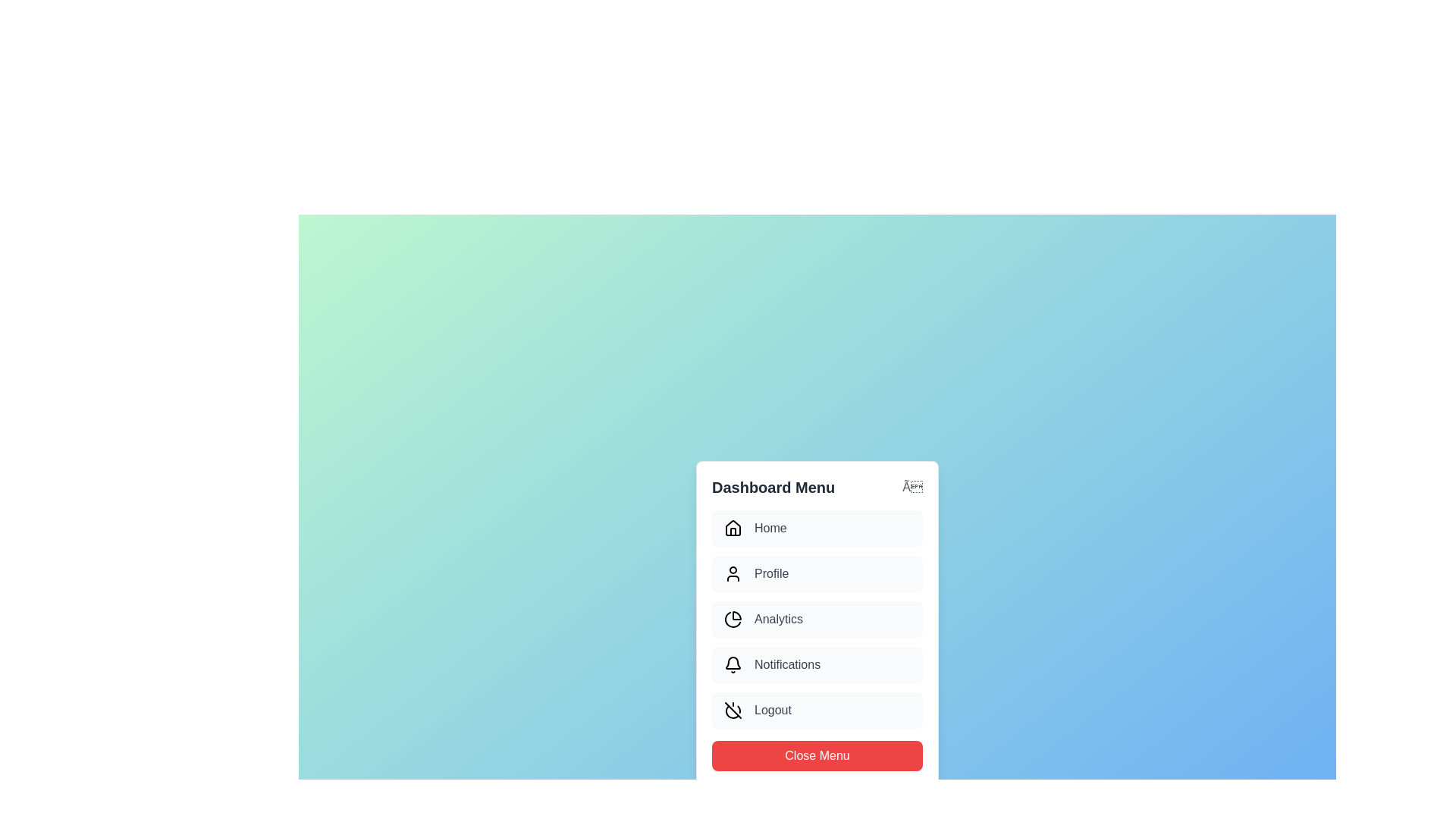 Image resolution: width=1456 pixels, height=819 pixels. Describe the element at coordinates (817, 573) in the screenshot. I see `the menu item labeled Profile to inspect its icon and text label` at that location.